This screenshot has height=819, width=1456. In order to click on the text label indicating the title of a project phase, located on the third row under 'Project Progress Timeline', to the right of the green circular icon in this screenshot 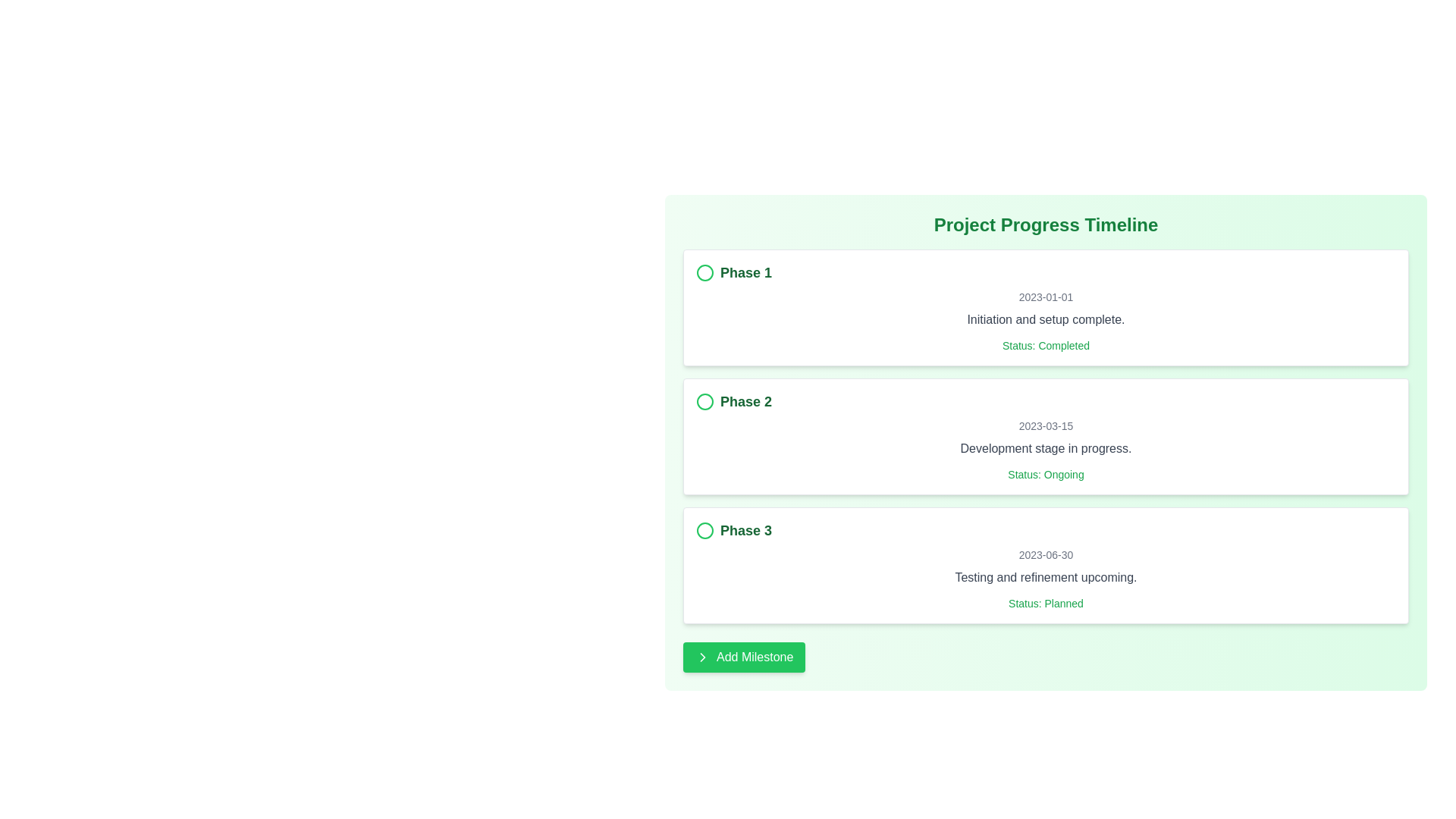, I will do `click(745, 529)`.